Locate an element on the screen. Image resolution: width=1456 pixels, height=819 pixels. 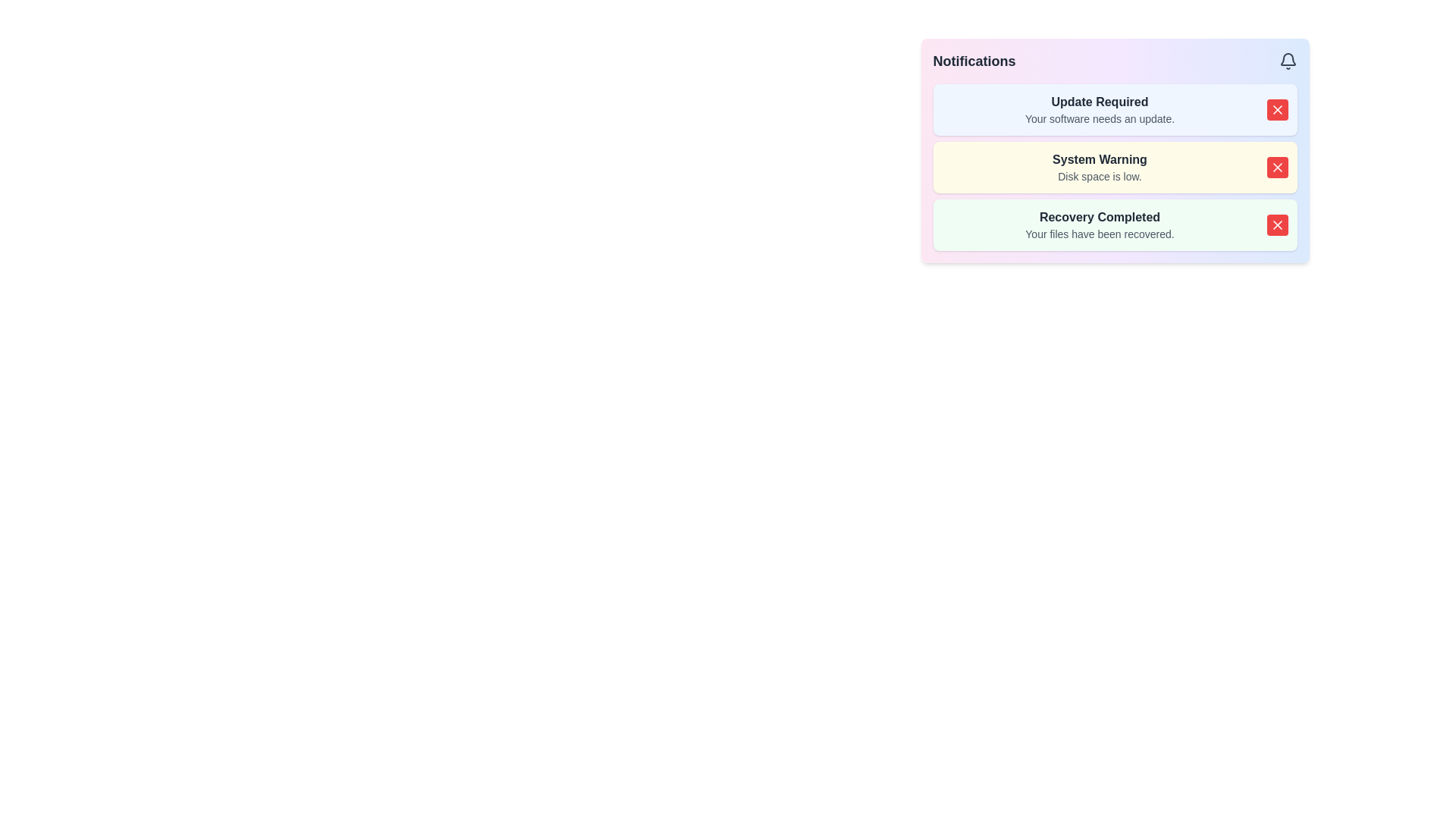
the small red square button with a white 'X' icon in the top-right corner of the 'Update Required' notification is located at coordinates (1276, 109).